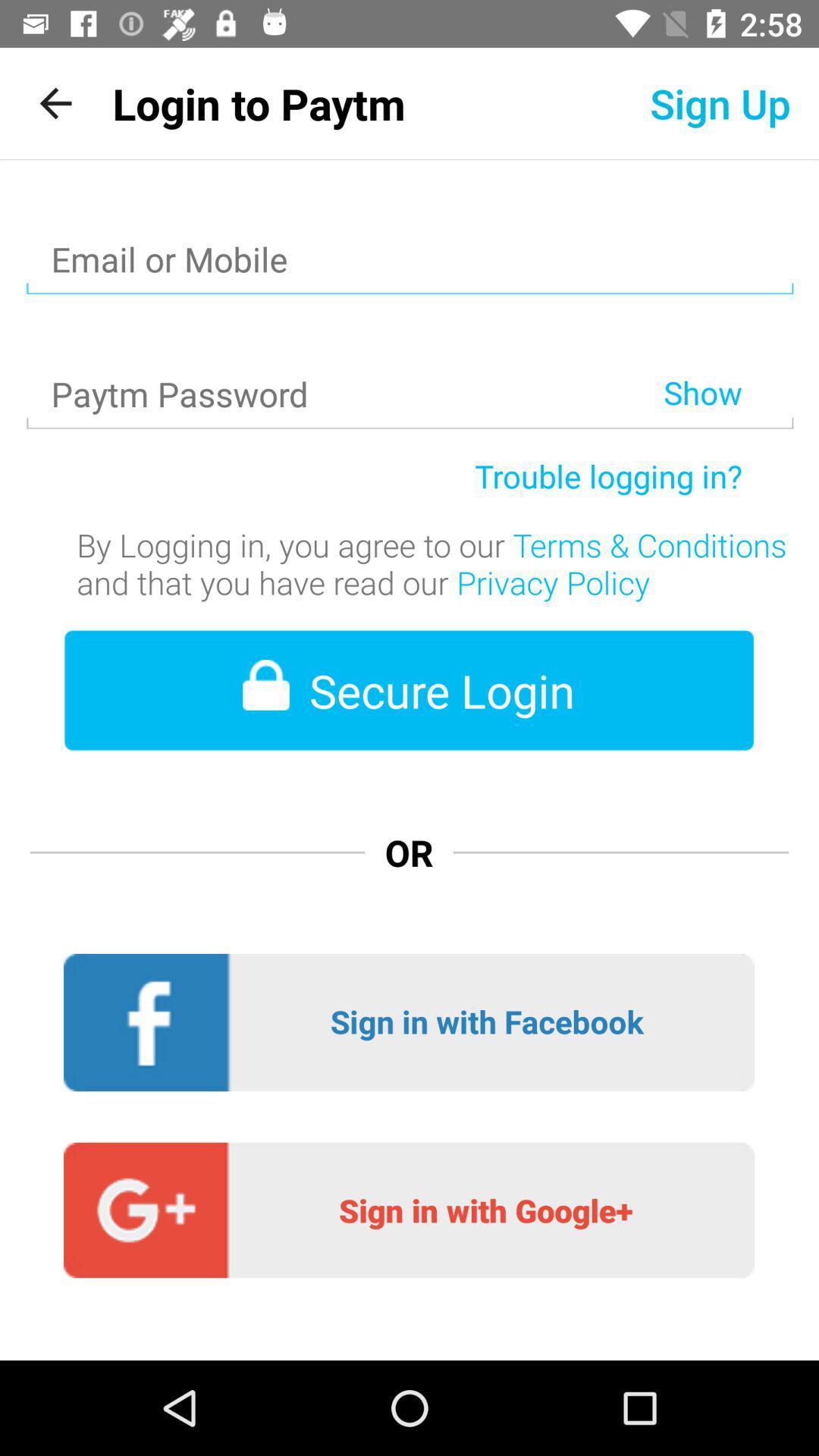 The width and height of the screenshot is (819, 1456). What do you see at coordinates (727, 353) in the screenshot?
I see `the show icon` at bounding box center [727, 353].